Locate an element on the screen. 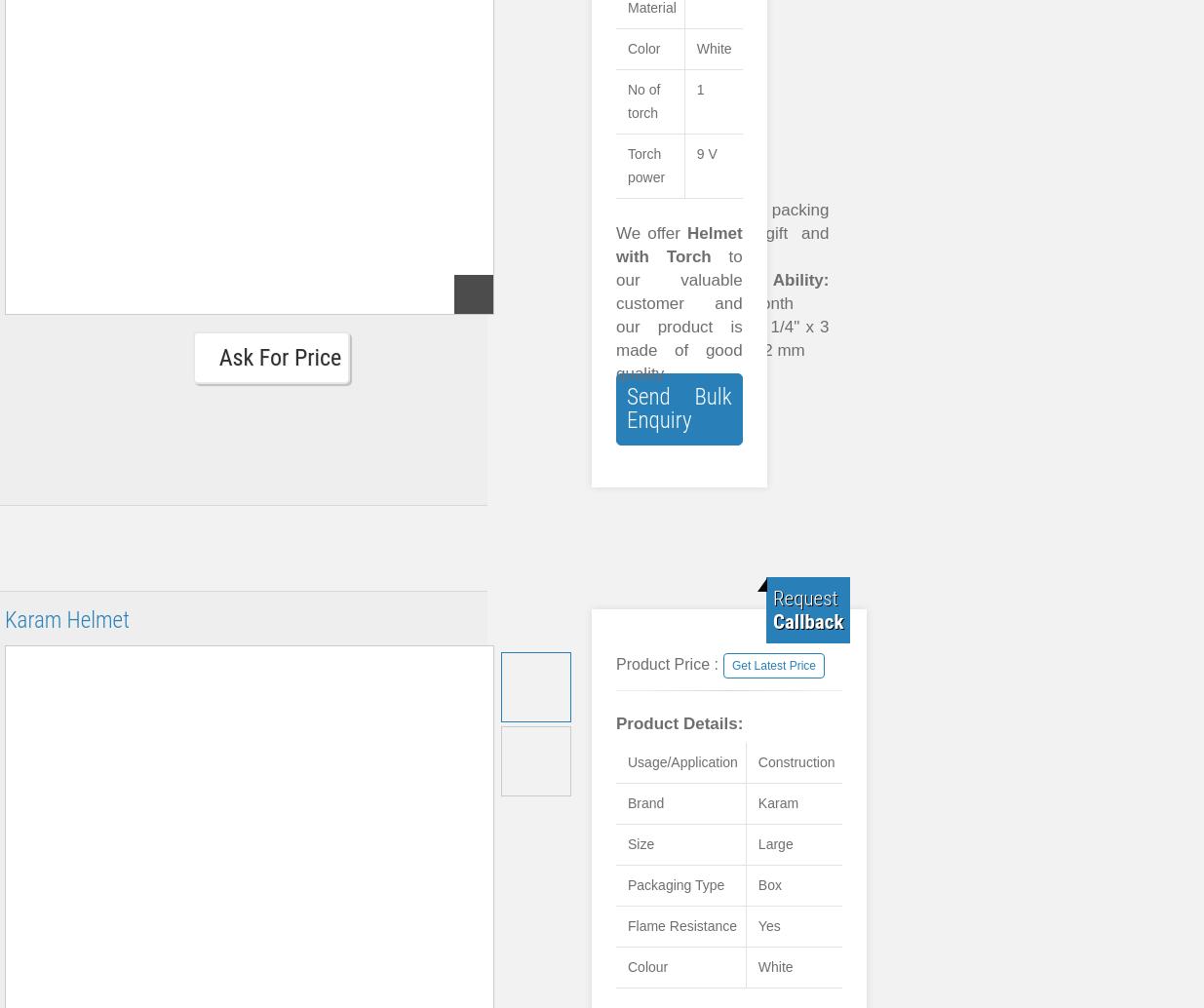  'Product Price :' is located at coordinates (615, 664).